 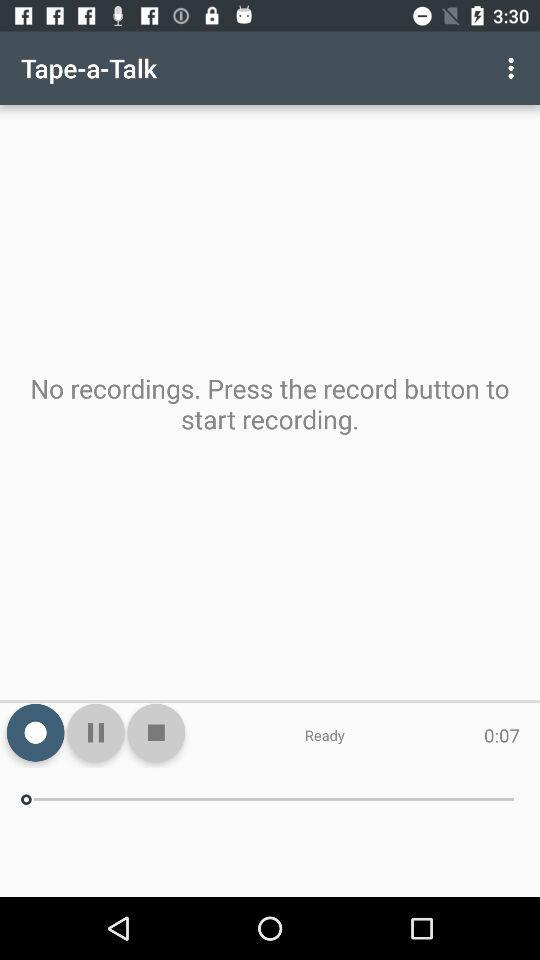 I want to click on item to the right of tape-a-talk icon, so click(x=513, y=68).